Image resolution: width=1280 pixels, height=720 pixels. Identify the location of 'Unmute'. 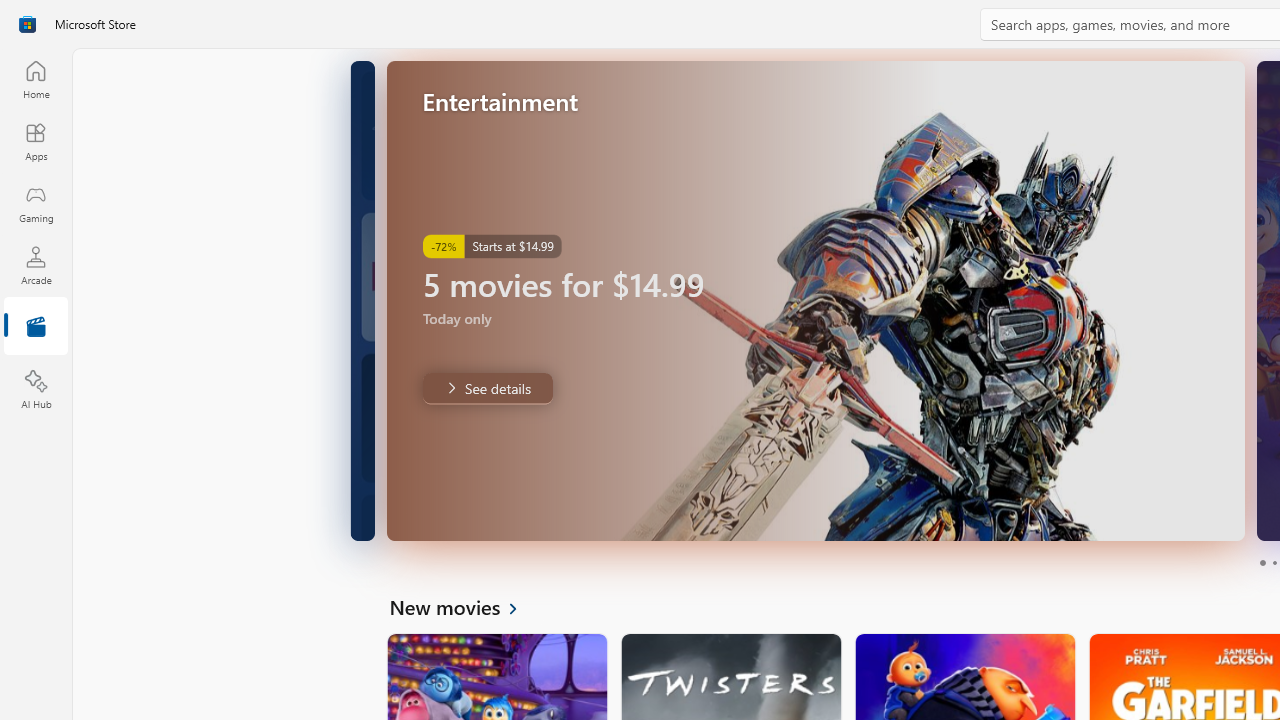
(1215, 512).